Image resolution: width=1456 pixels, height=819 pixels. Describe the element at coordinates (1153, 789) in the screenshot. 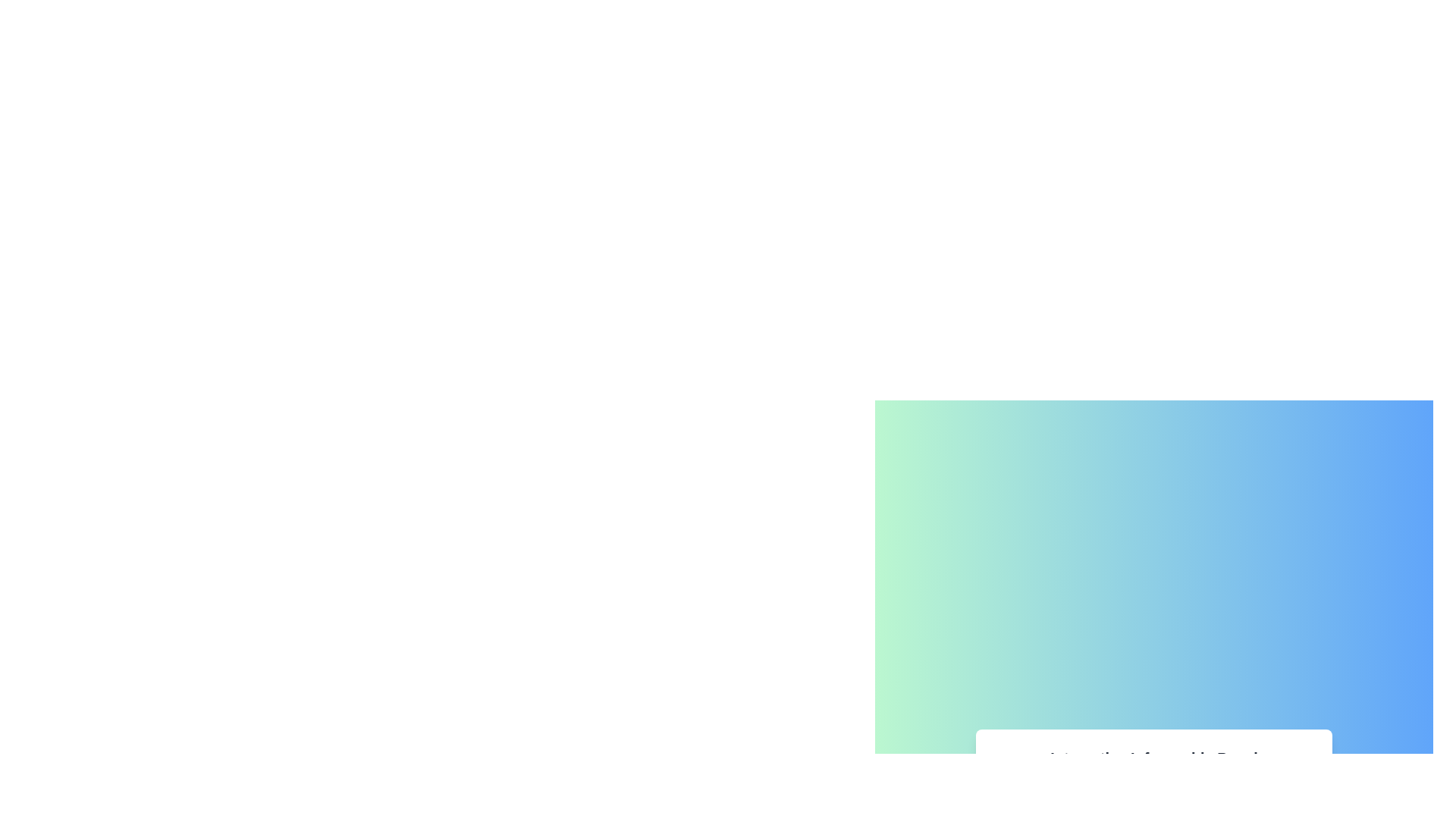

I see `the second button in the bottom row that triggers alerts, located between the blue 'Security Info' button and the green 'General Info' button` at that location.